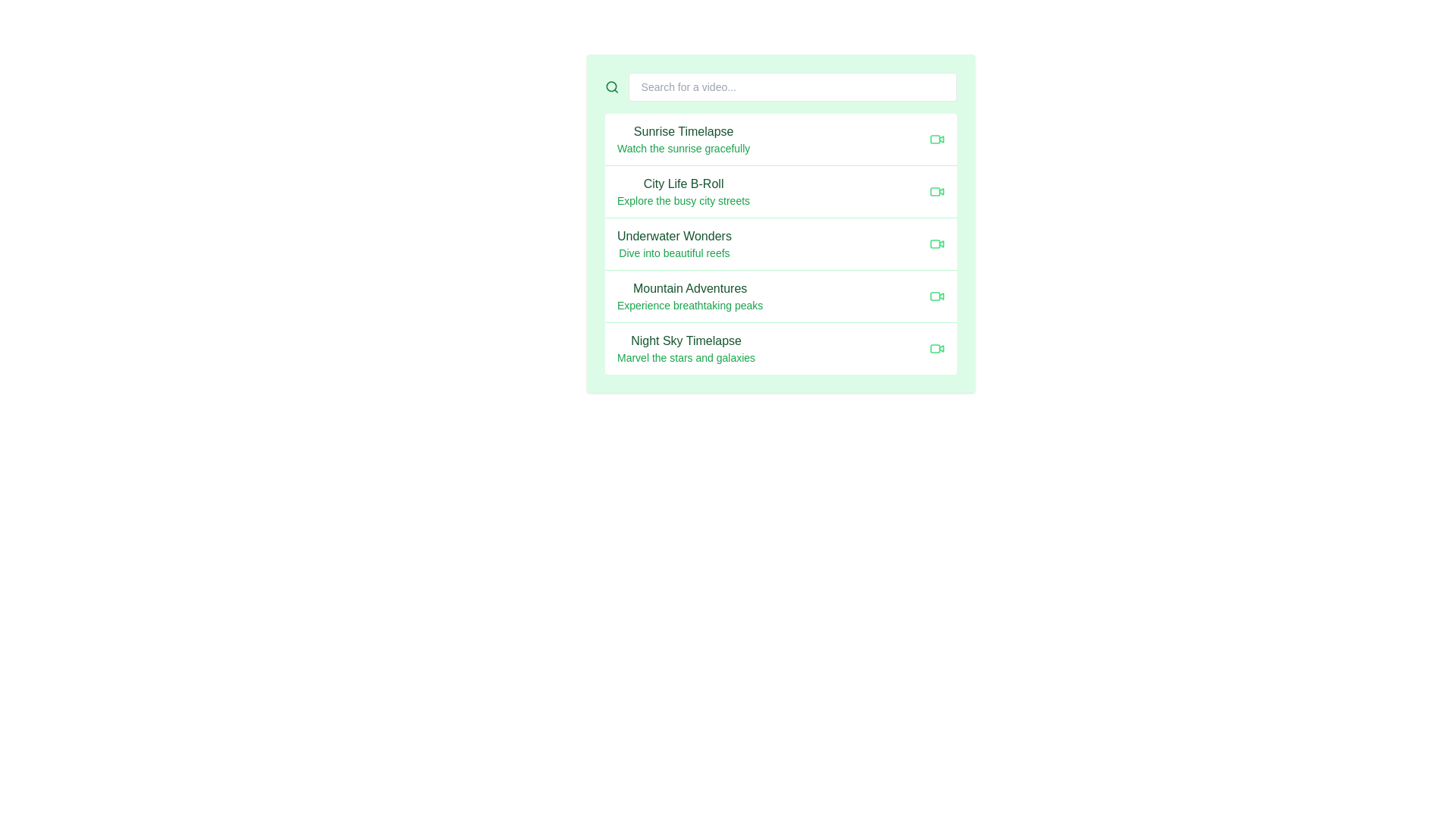  I want to click on the video camera icon with a green outline located directly to the right of the 'Sunrise Timelapse' text, so click(937, 140).